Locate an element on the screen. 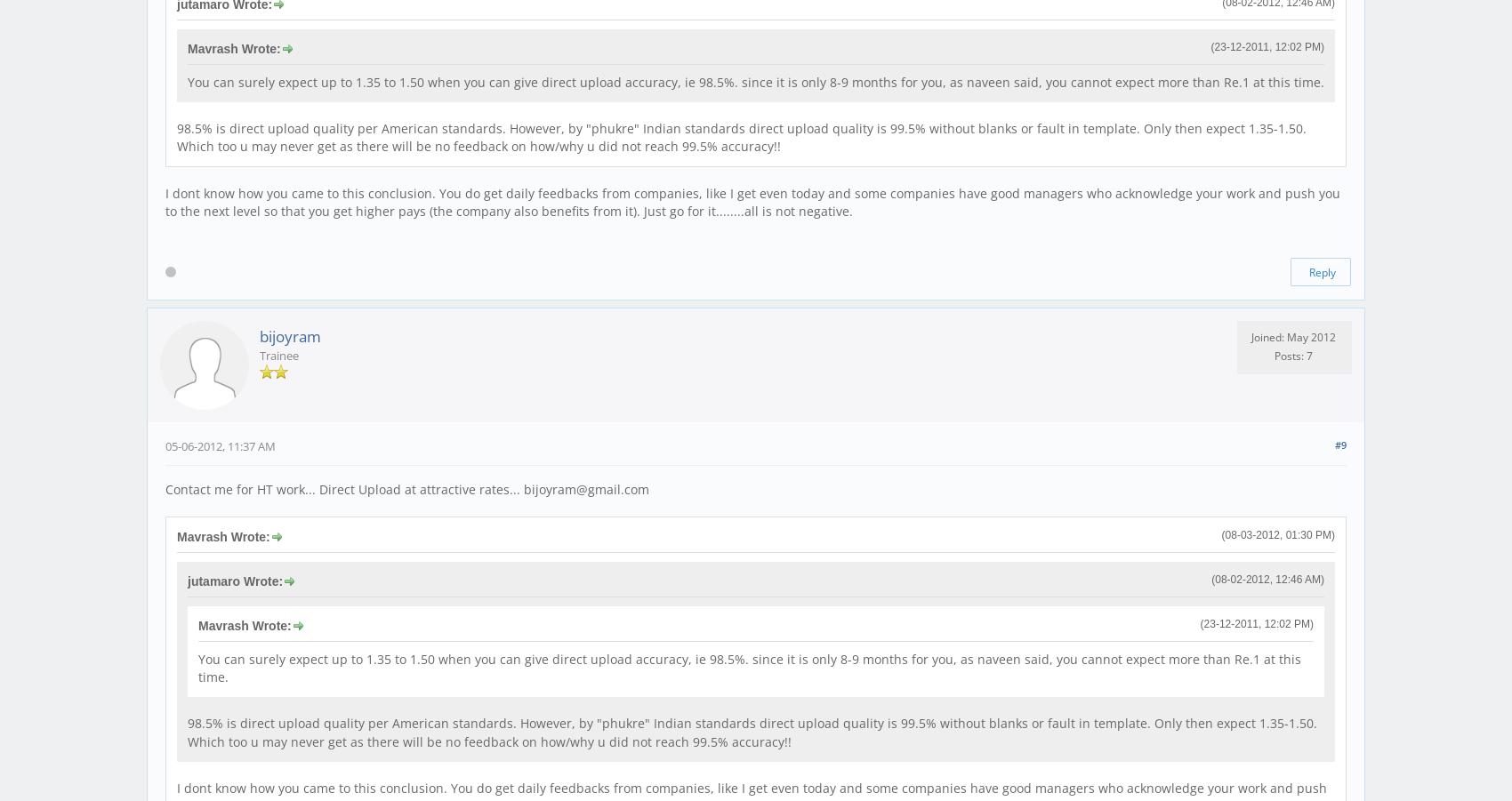 The width and height of the screenshot is (1512, 801). '05-06-2012, 11:37 AM' is located at coordinates (164, 445).